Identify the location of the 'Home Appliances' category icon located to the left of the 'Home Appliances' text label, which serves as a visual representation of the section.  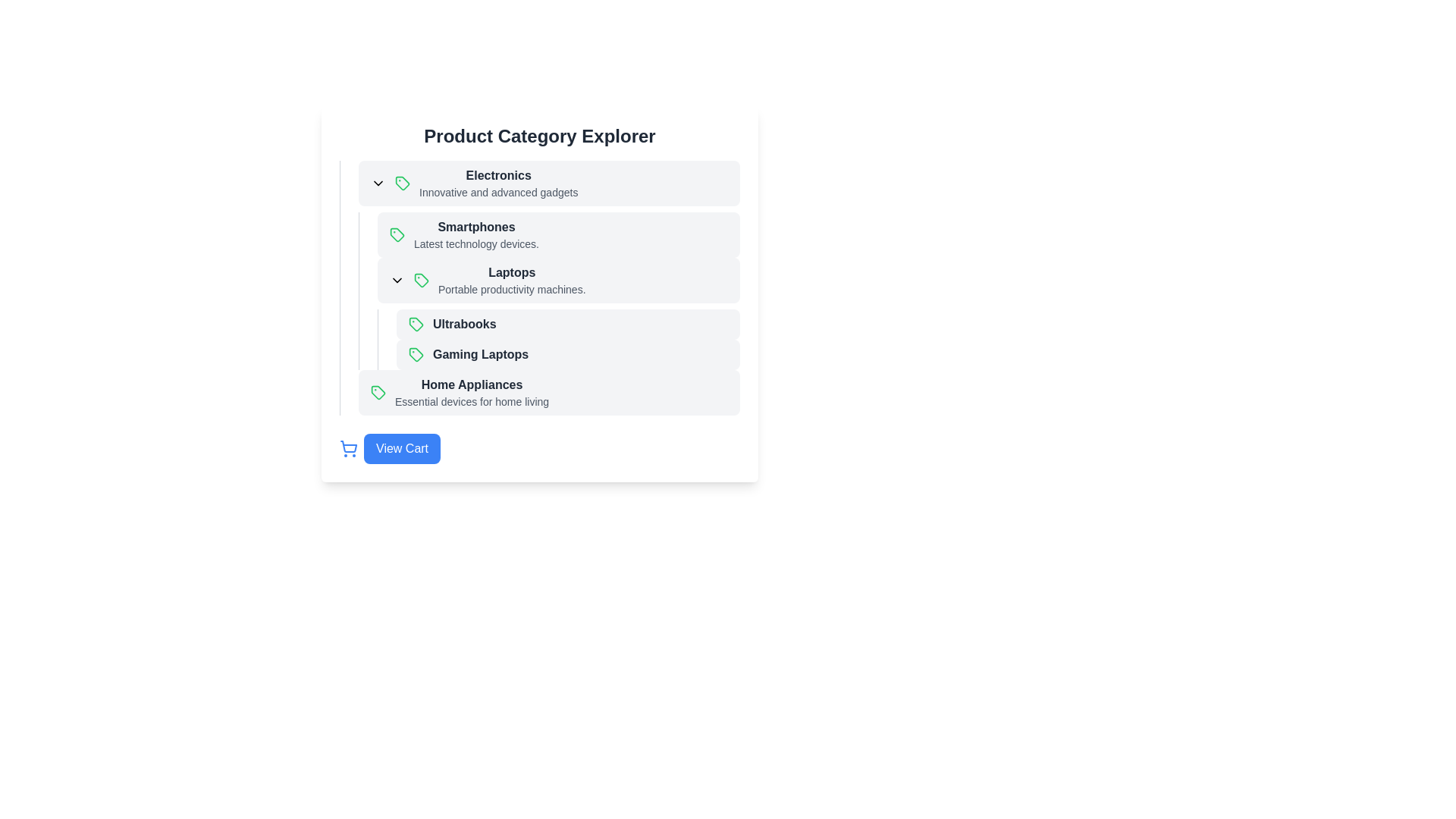
(378, 391).